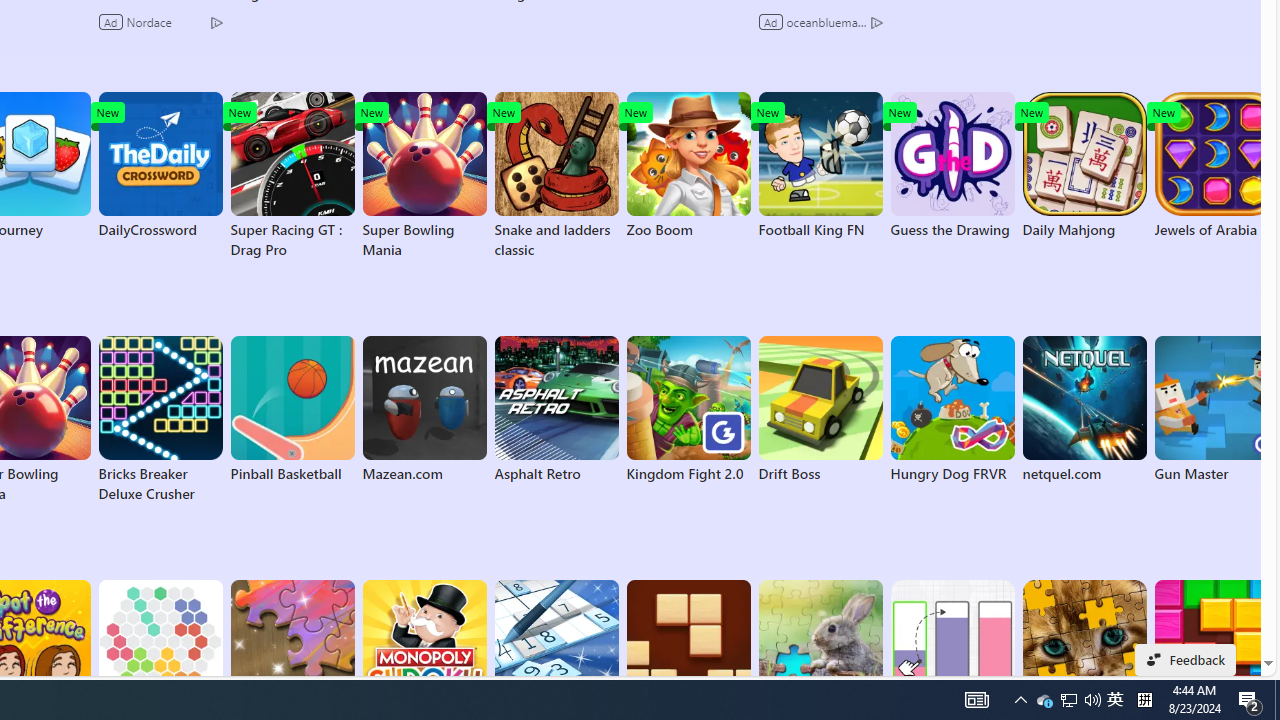  Describe the element at coordinates (423, 175) in the screenshot. I see `'Super Bowling Mania'` at that location.